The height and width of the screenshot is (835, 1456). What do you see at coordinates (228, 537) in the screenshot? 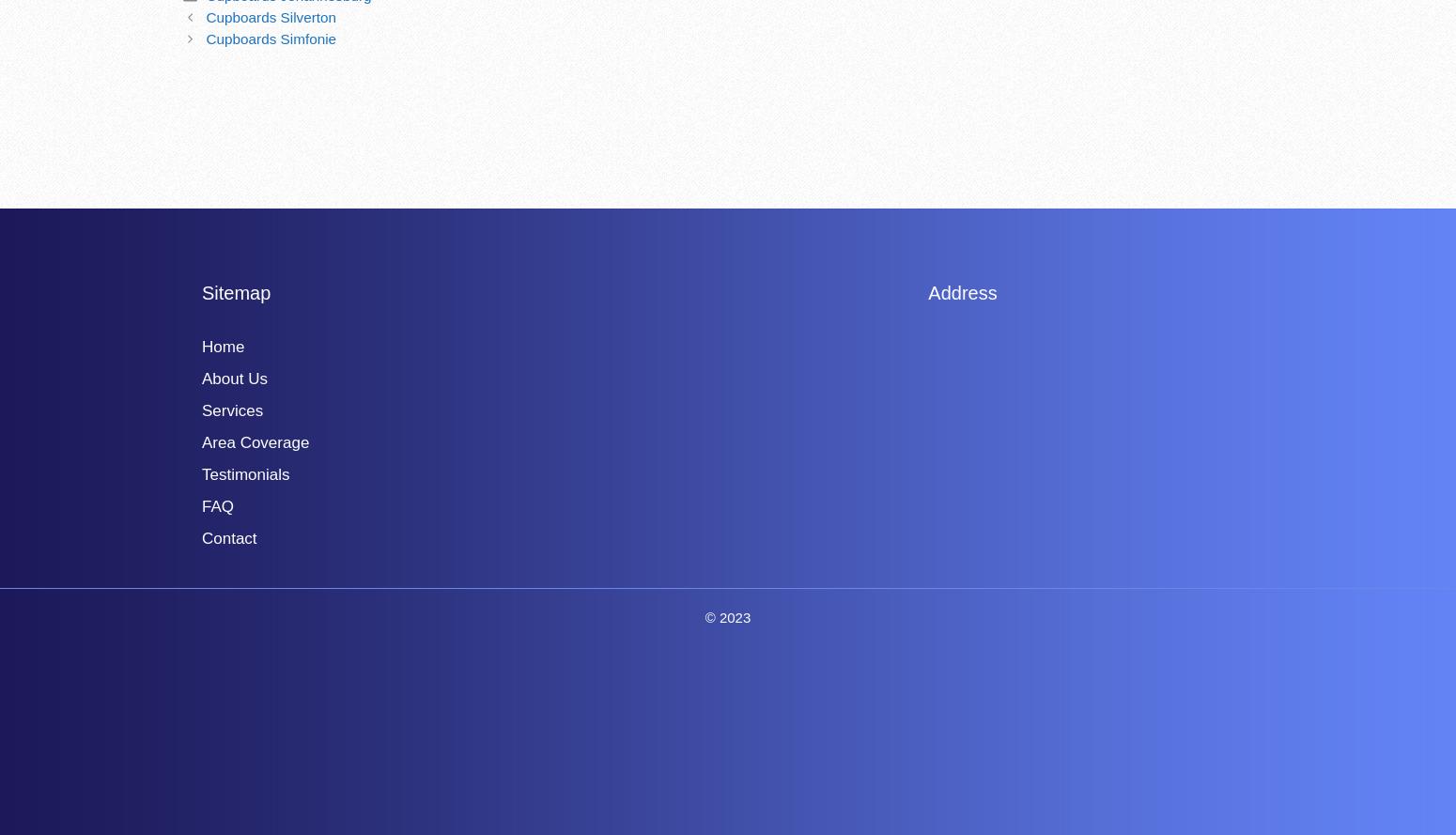
I see `'Contact'` at bounding box center [228, 537].